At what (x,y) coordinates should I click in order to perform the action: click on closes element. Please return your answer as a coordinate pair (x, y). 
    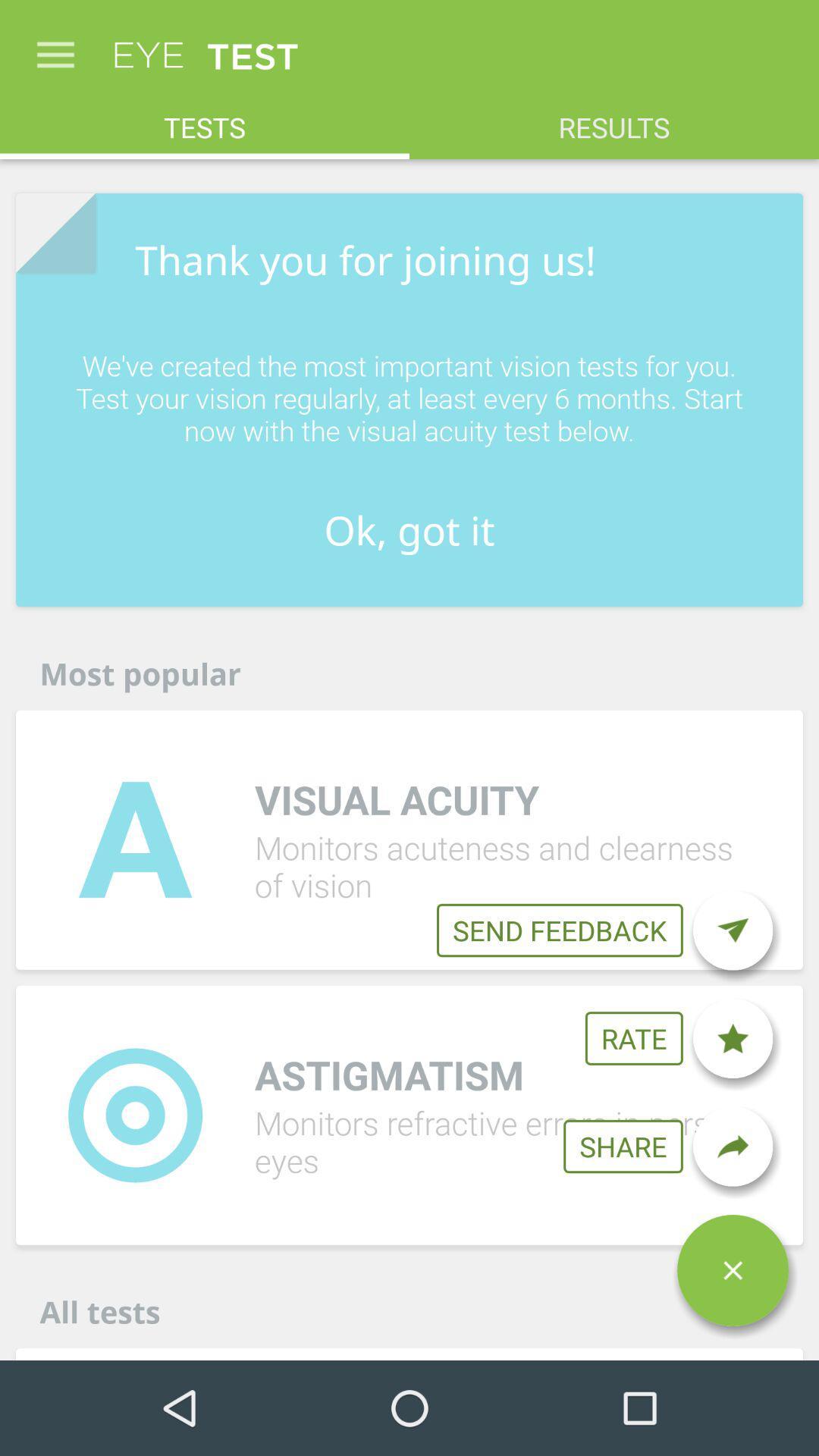
    Looking at the image, I should click on (732, 1270).